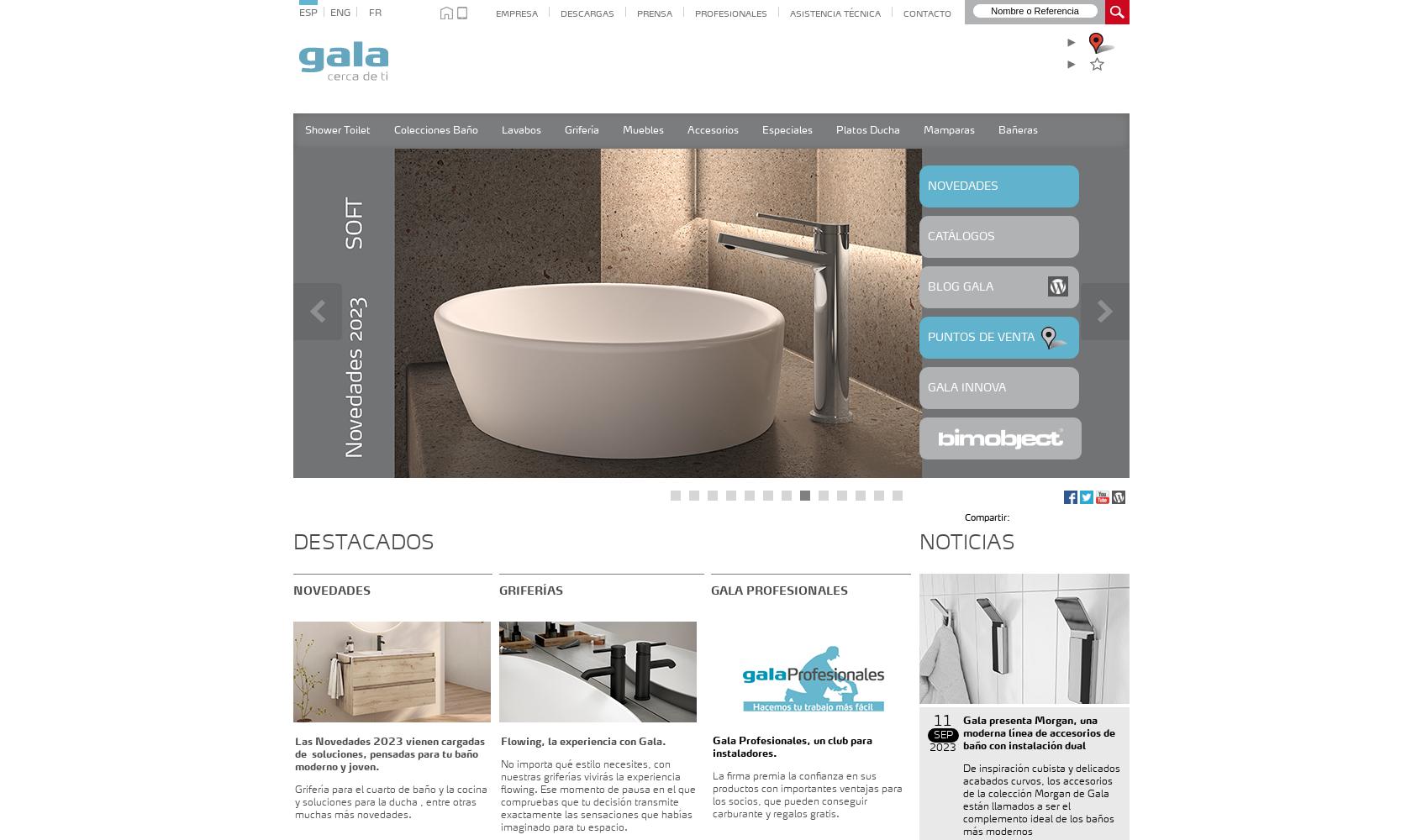 This screenshot has height=840, width=1422. Describe the element at coordinates (761, 131) in the screenshot. I see `'Especiales'` at that location.